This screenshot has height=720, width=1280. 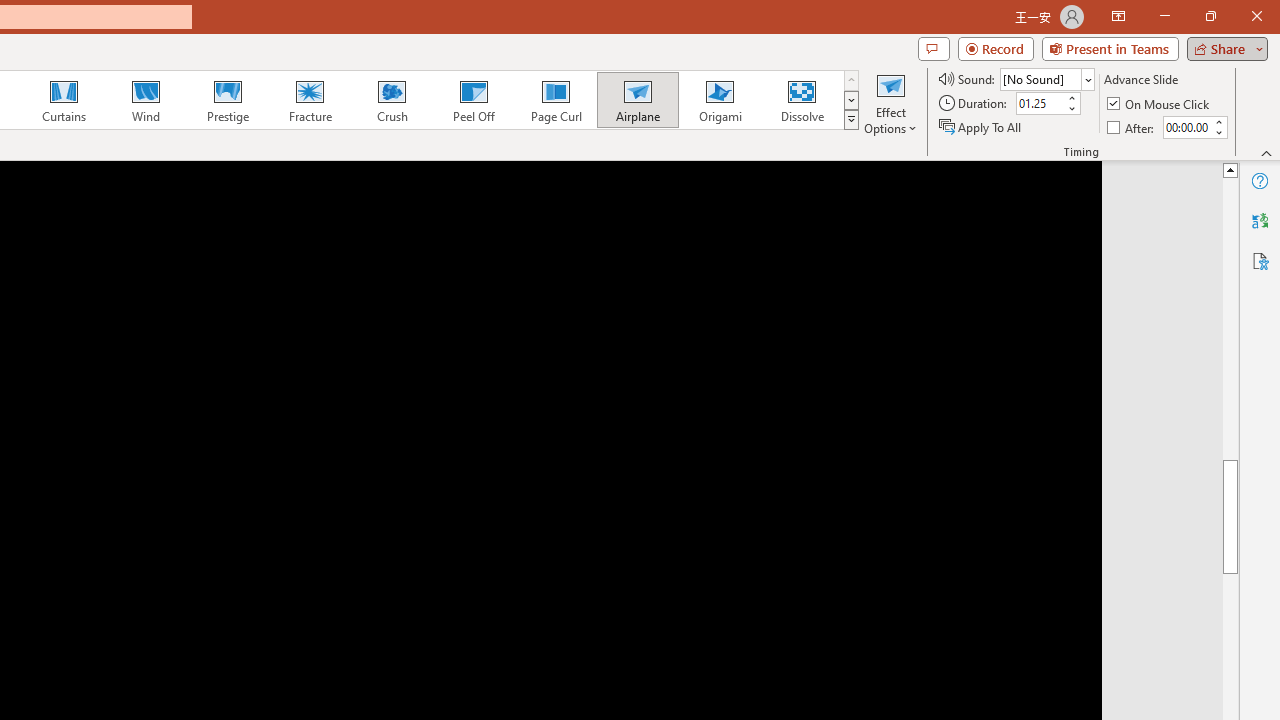 I want to click on 'Prestige', so click(x=227, y=100).